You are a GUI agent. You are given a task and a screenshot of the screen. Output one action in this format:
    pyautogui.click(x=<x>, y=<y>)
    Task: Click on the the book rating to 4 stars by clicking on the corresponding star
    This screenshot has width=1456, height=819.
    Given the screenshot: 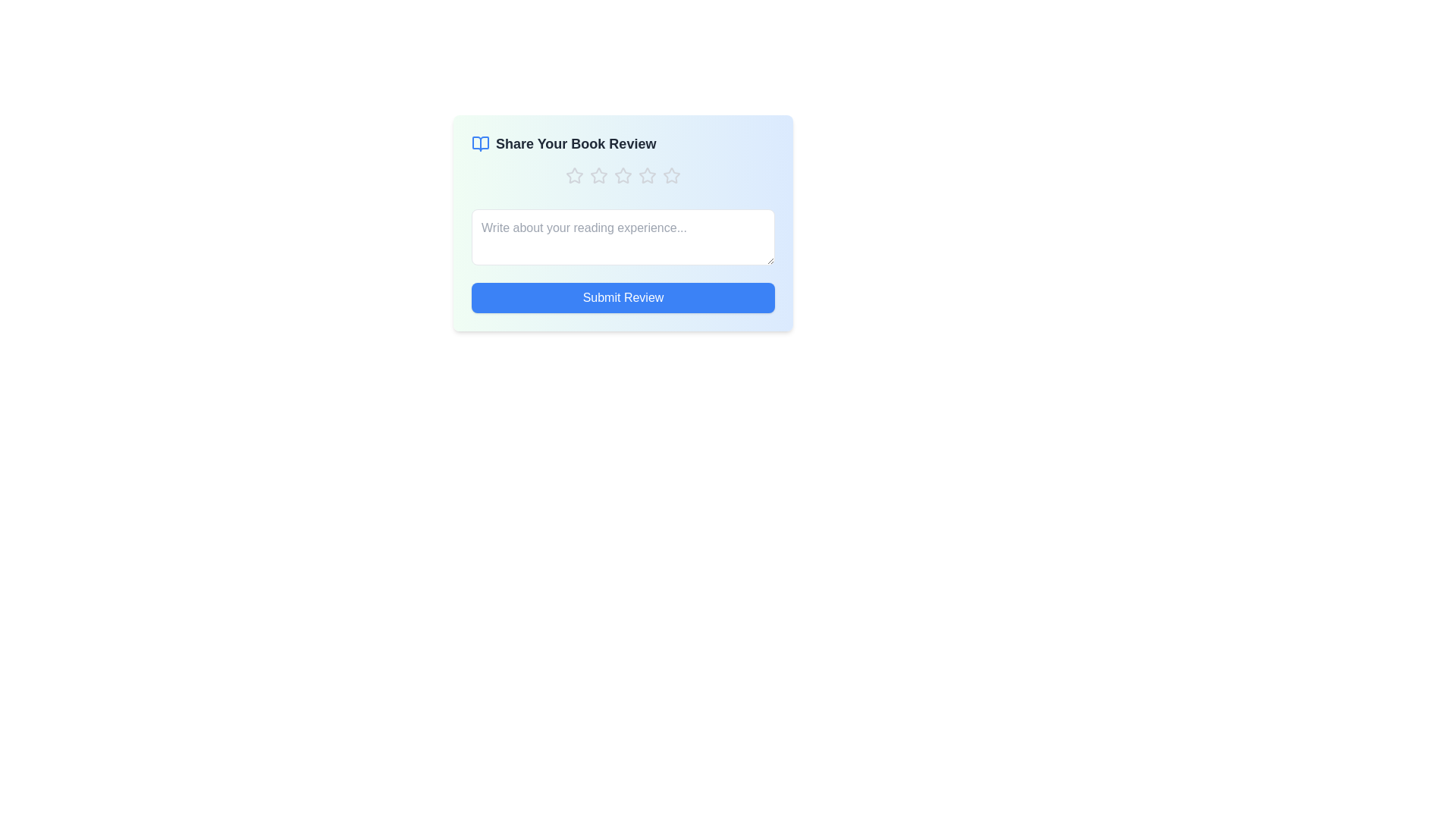 What is the action you would take?
    pyautogui.click(x=648, y=174)
    